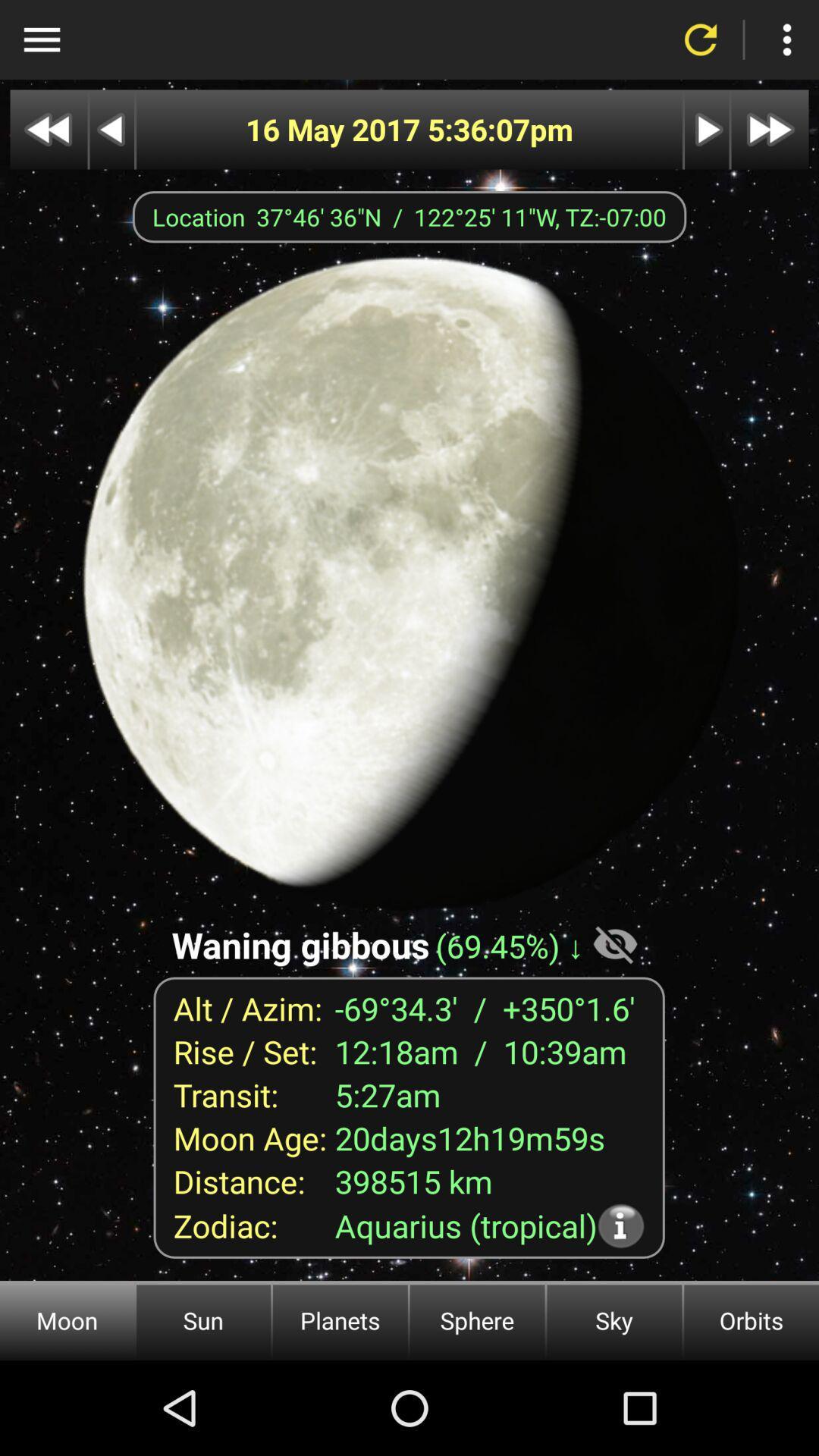 Image resolution: width=819 pixels, height=1456 pixels. Describe the element at coordinates (111, 130) in the screenshot. I see `the email icon` at that location.